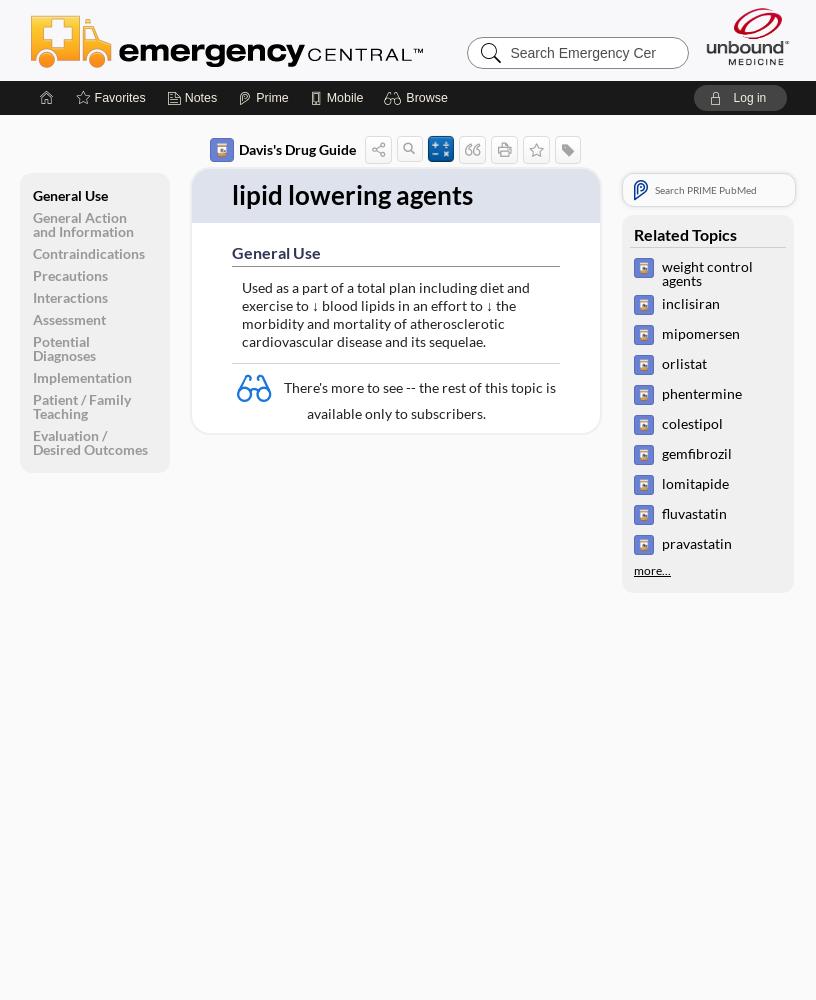 The height and width of the screenshot is (1000, 816). I want to click on 'There's more to see -- the rest of this topic is available only to subscribers.', so click(418, 399).